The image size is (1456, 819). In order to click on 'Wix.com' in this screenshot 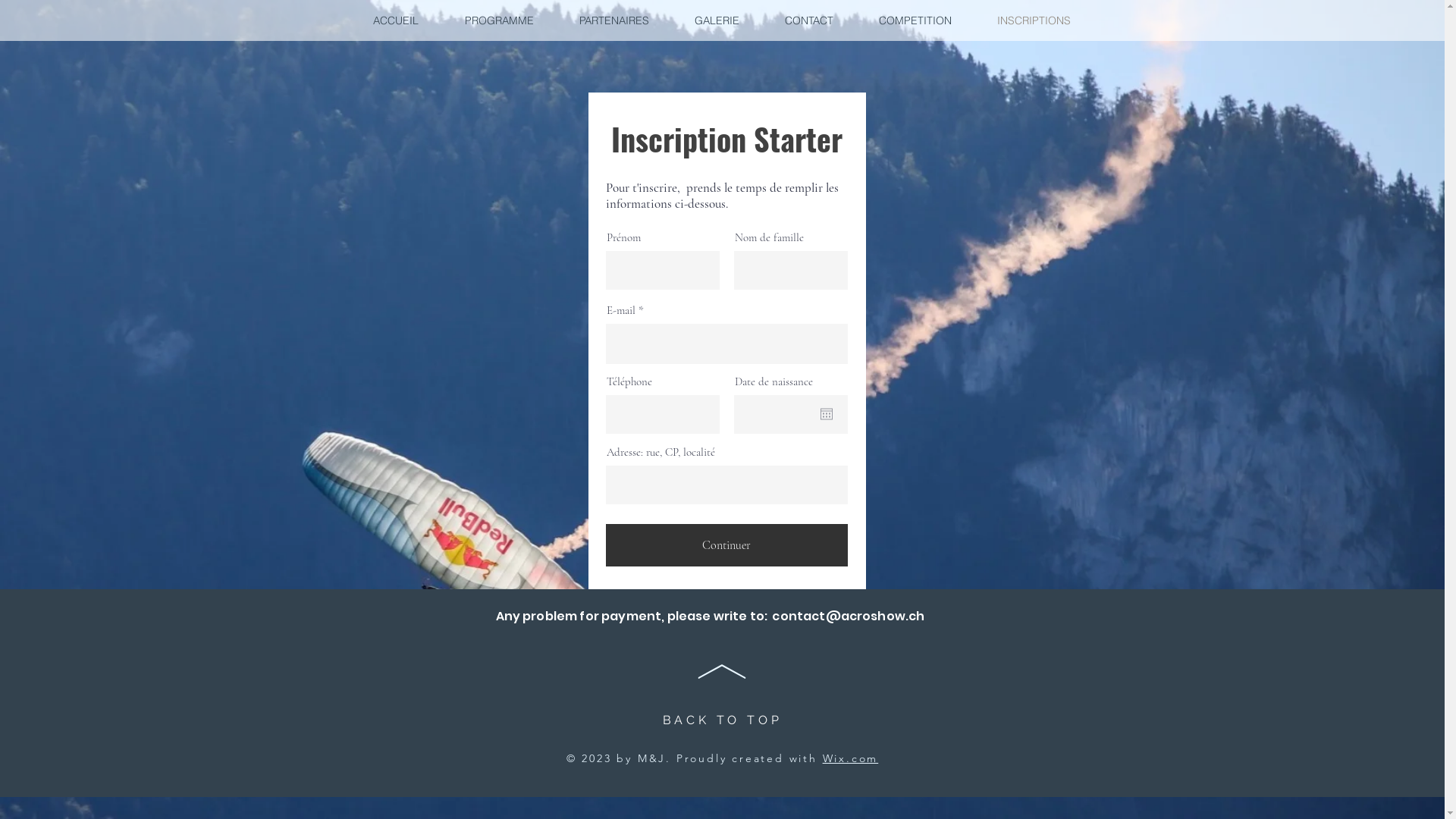, I will do `click(851, 758)`.